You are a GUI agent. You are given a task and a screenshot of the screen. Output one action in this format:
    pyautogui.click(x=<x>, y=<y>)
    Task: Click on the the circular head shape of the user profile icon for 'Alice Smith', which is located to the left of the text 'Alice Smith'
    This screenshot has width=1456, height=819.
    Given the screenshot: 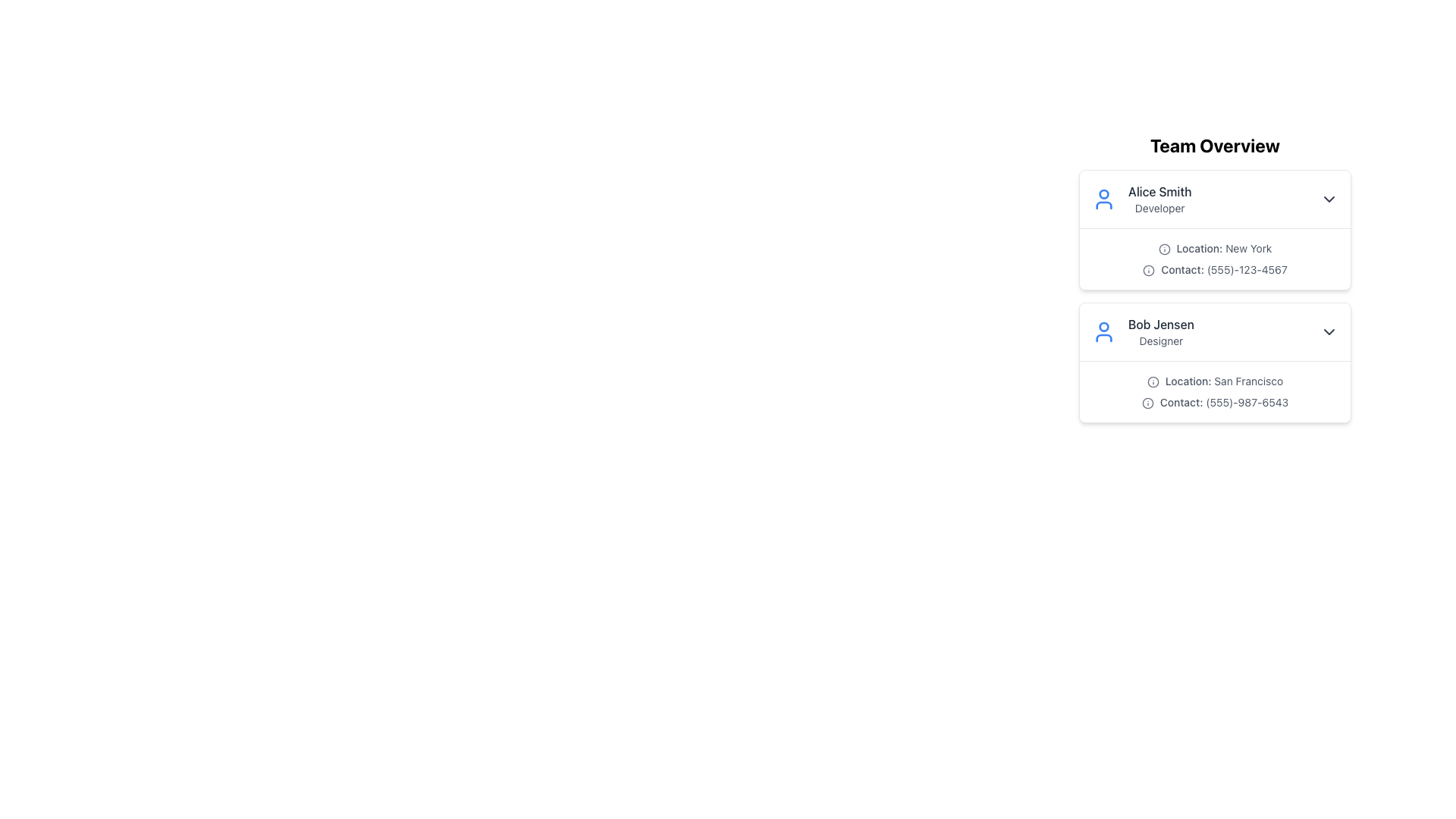 What is the action you would take?
    pyautogui.click(x=1103, y=193)
    